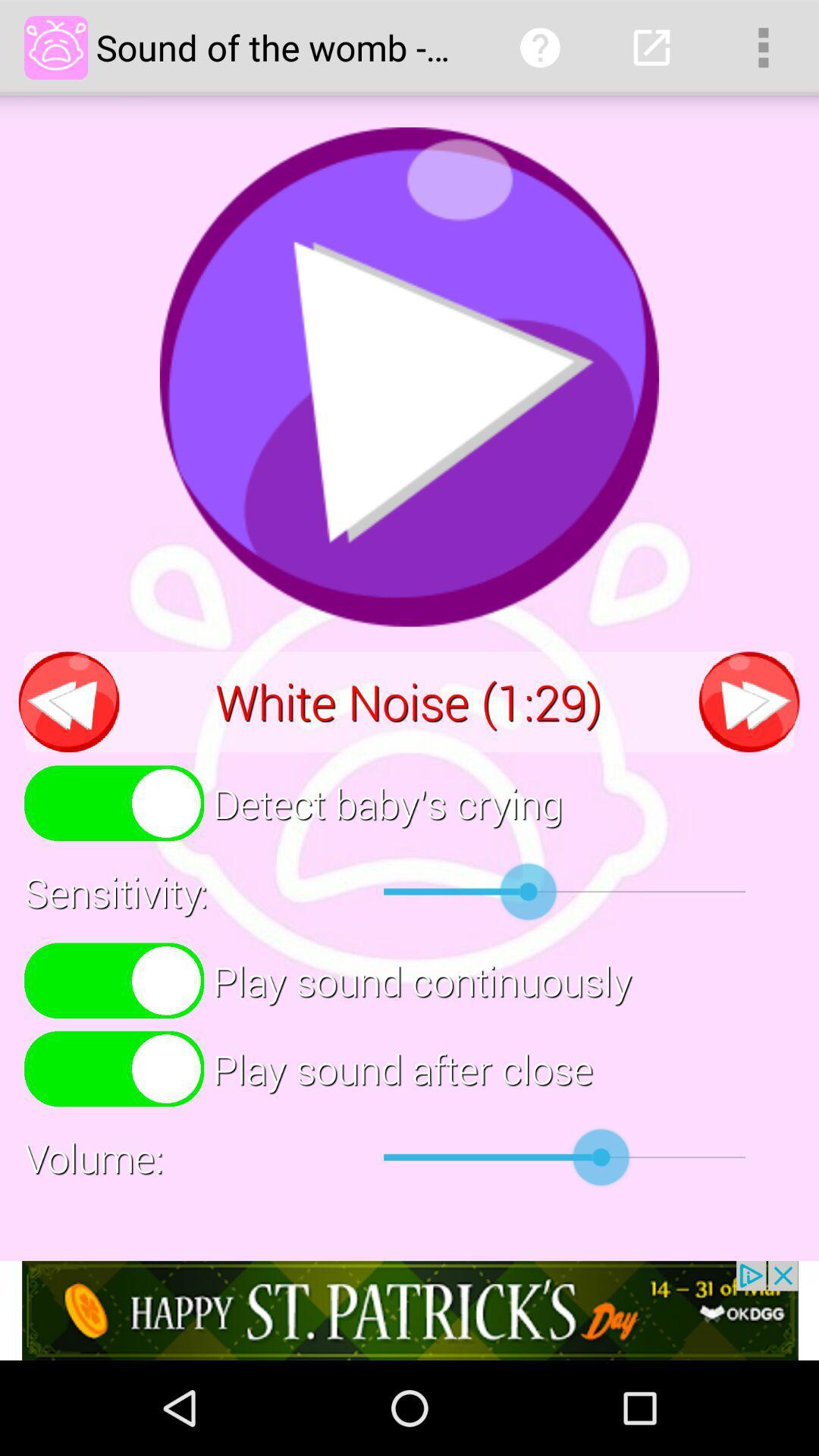  What do you see at coordinates (69, 751) in the screenshot?
I see `the av_rewind icon` at bounding box center [69, 751].